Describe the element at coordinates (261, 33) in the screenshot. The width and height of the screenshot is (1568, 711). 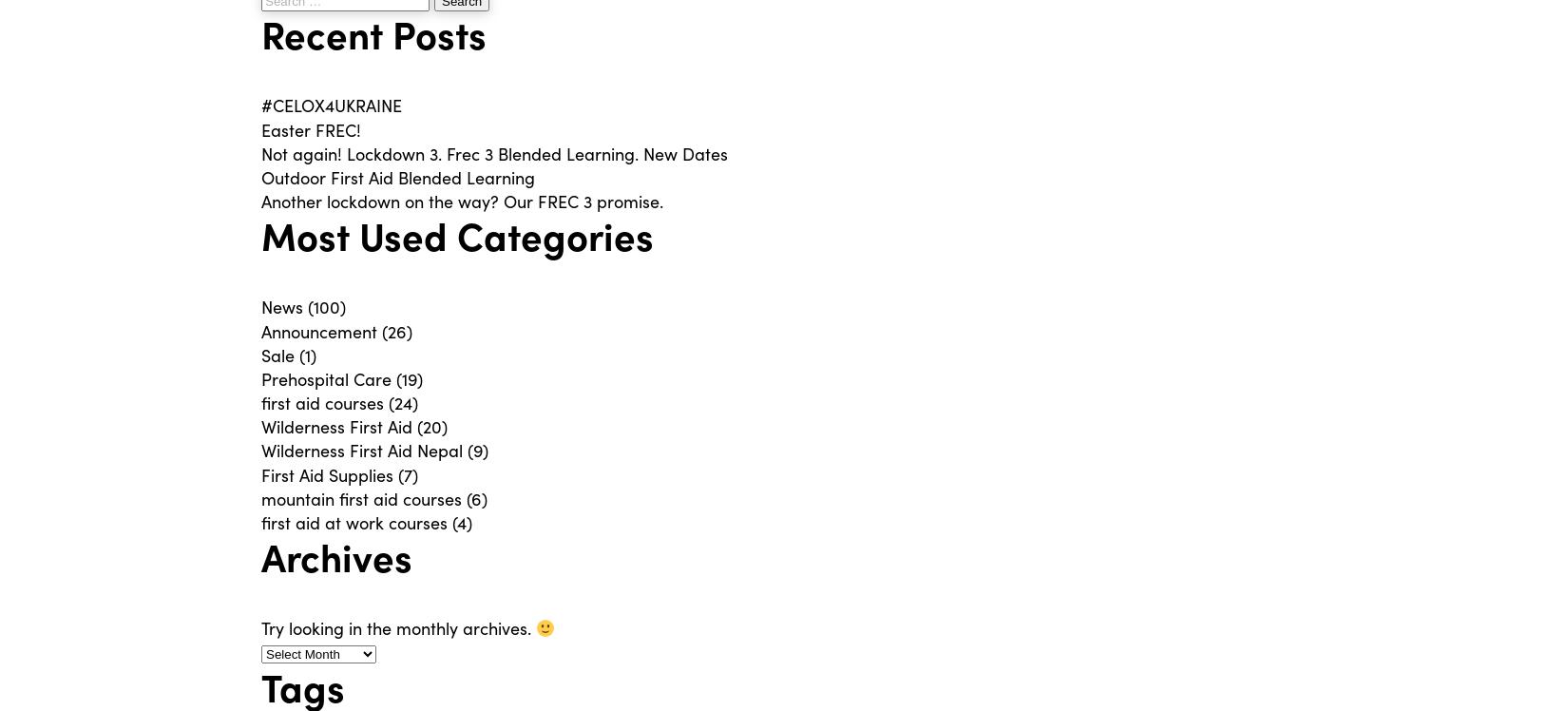
I see `'Recent Posts'` at that location.